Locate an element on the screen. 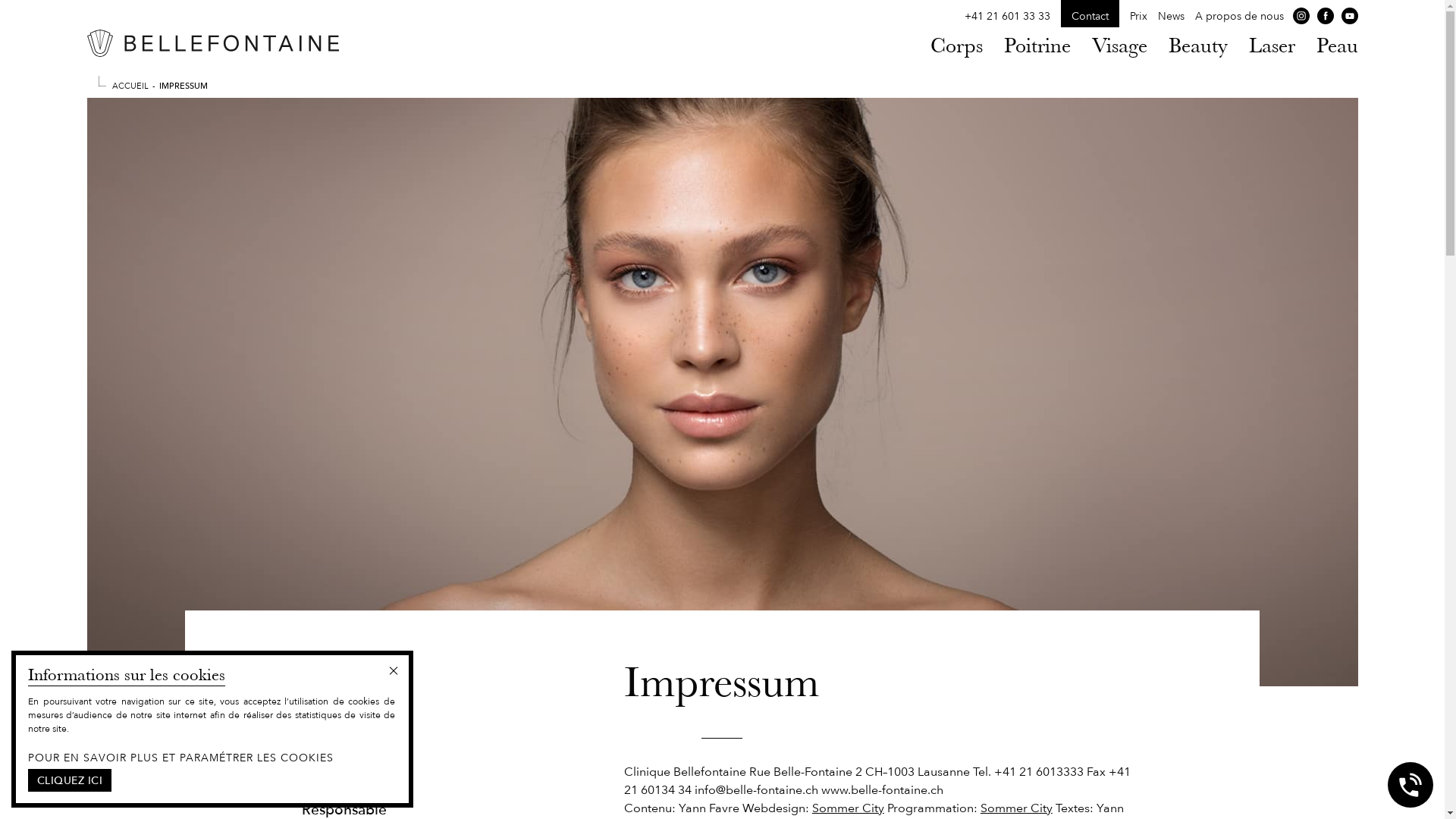  'ACCUEIL' is located at coordinates (130, 84).